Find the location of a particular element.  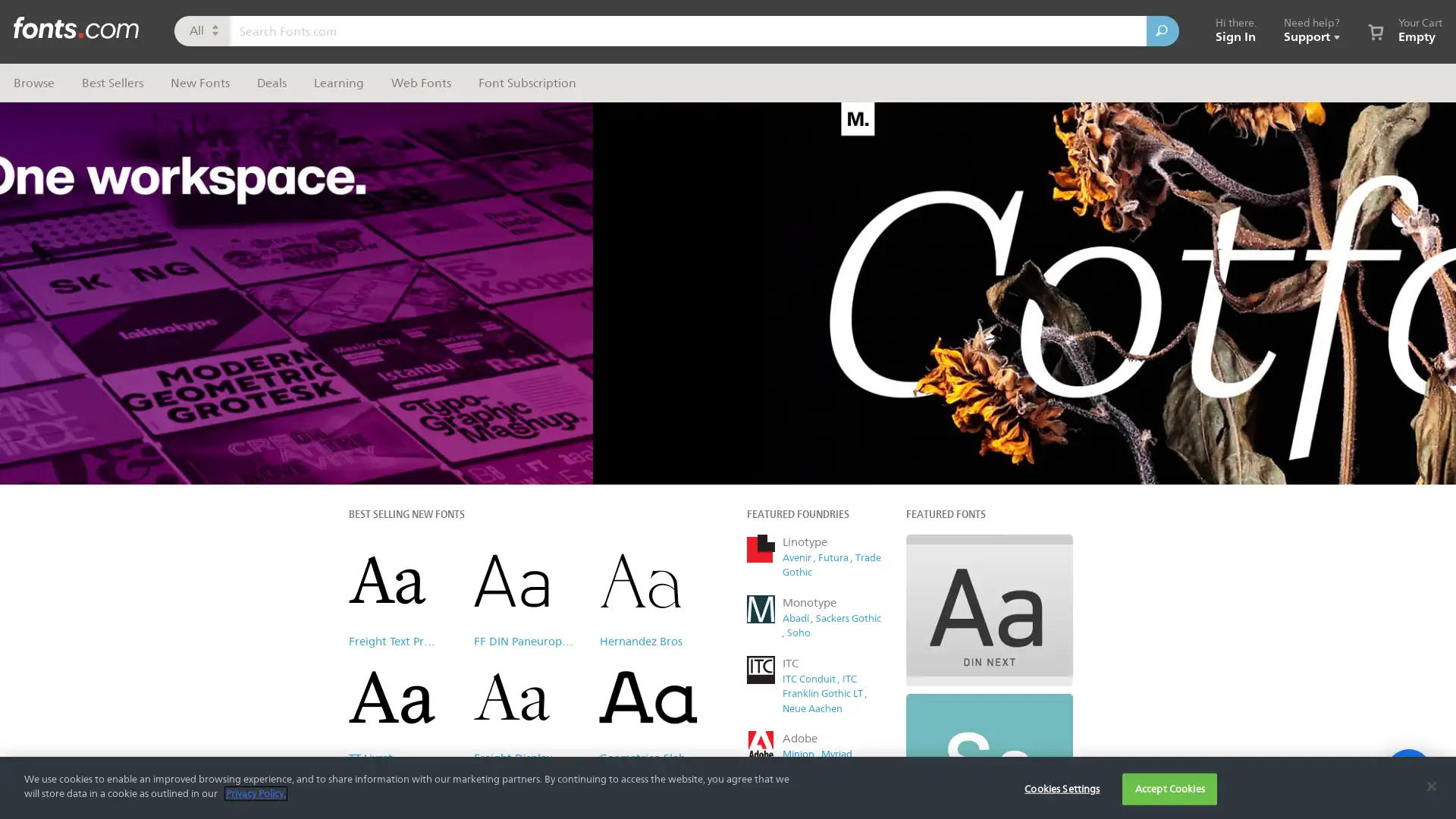

Close is located at coordinates (1012, 109).